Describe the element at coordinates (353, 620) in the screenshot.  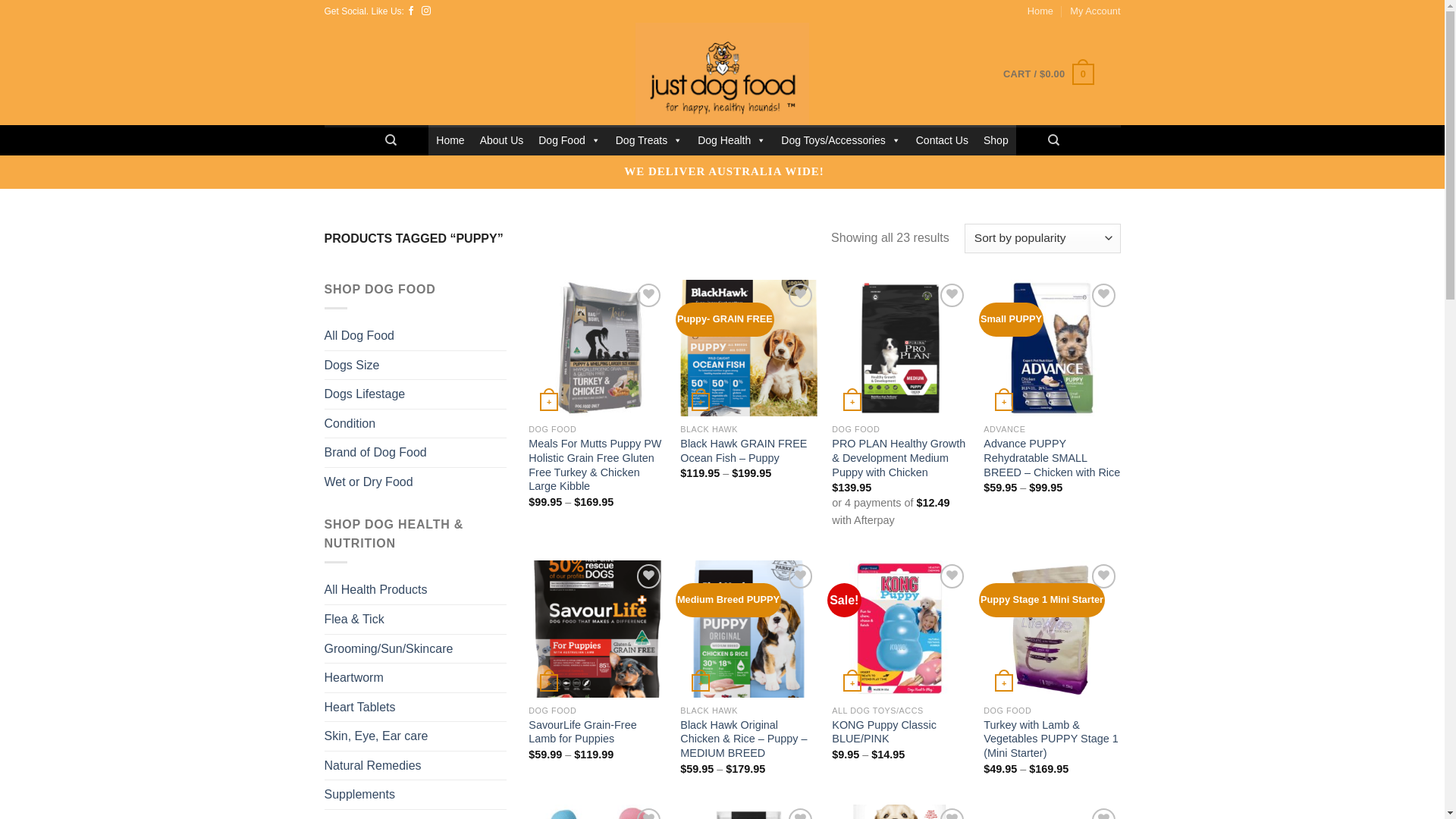
I see `'Flea & Tick'` at that location.